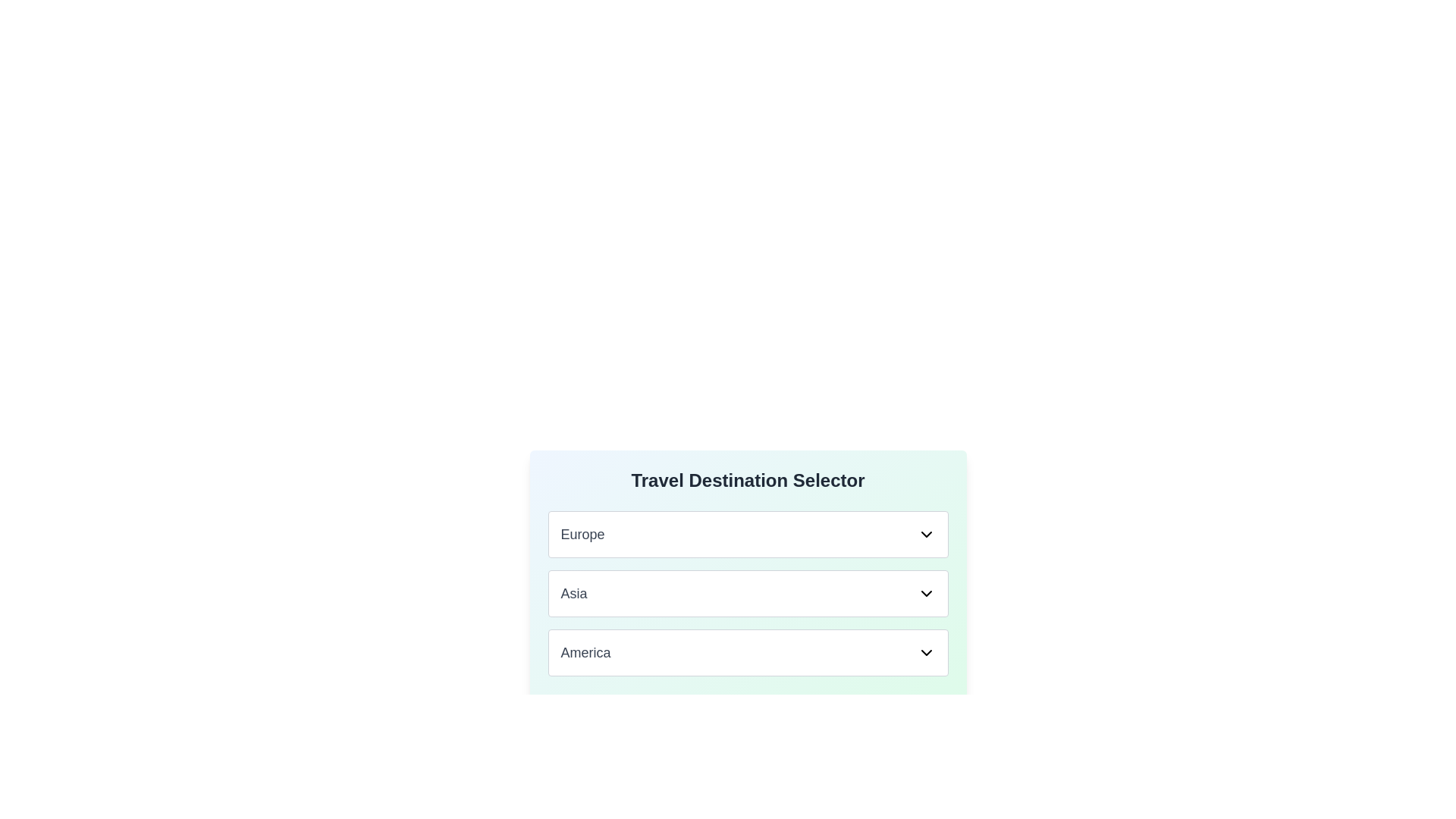 The width and height of the screenshot is (1456, 819). Describe the element at coordinates (925, 534) in the screenshot. I see `the downward-facing chevron icon next to the 'Europe' text in the Travel Destination Selector` at that location.